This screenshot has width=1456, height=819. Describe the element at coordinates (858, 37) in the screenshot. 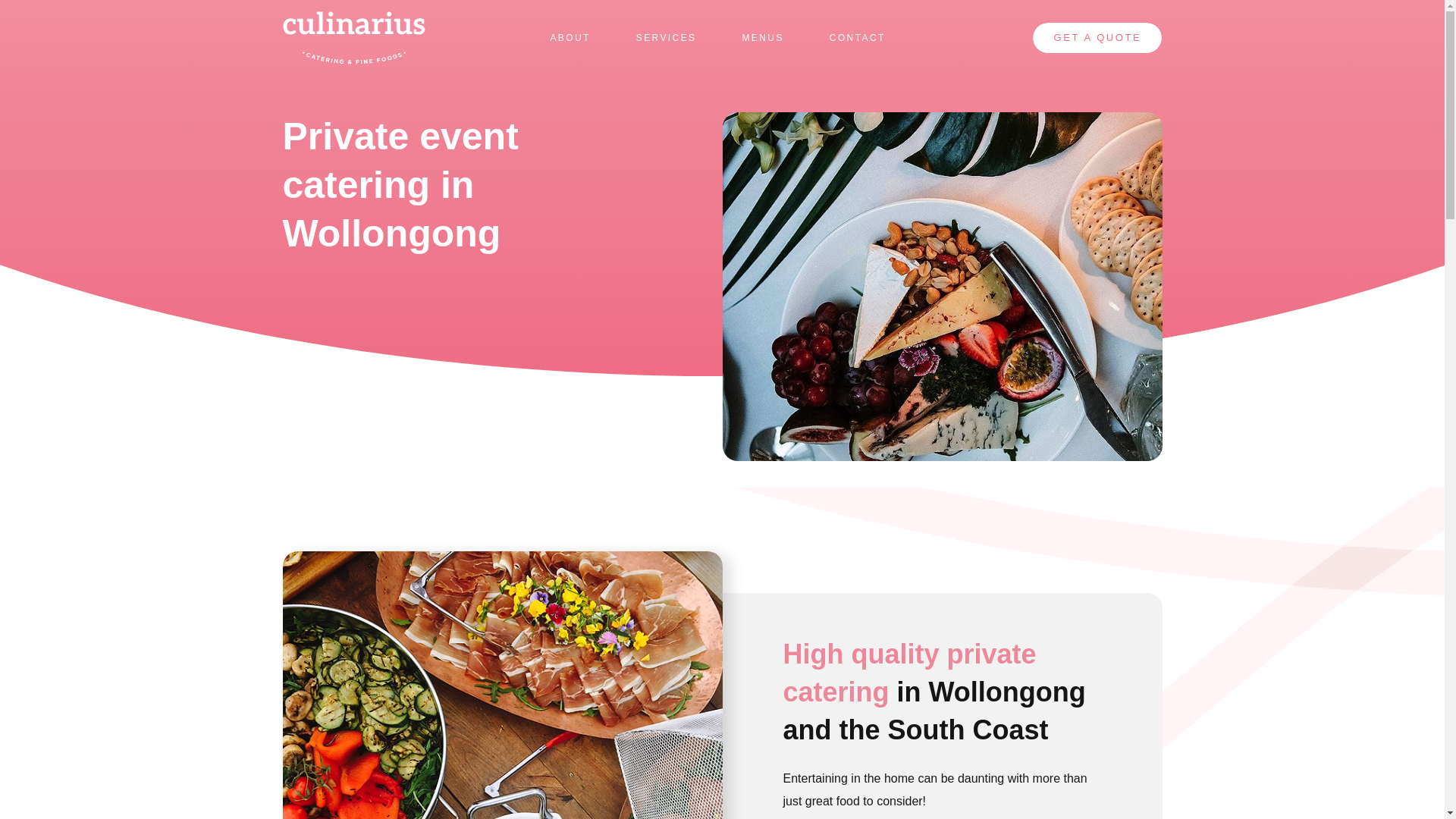

I see `'CONTACT'` at that location.